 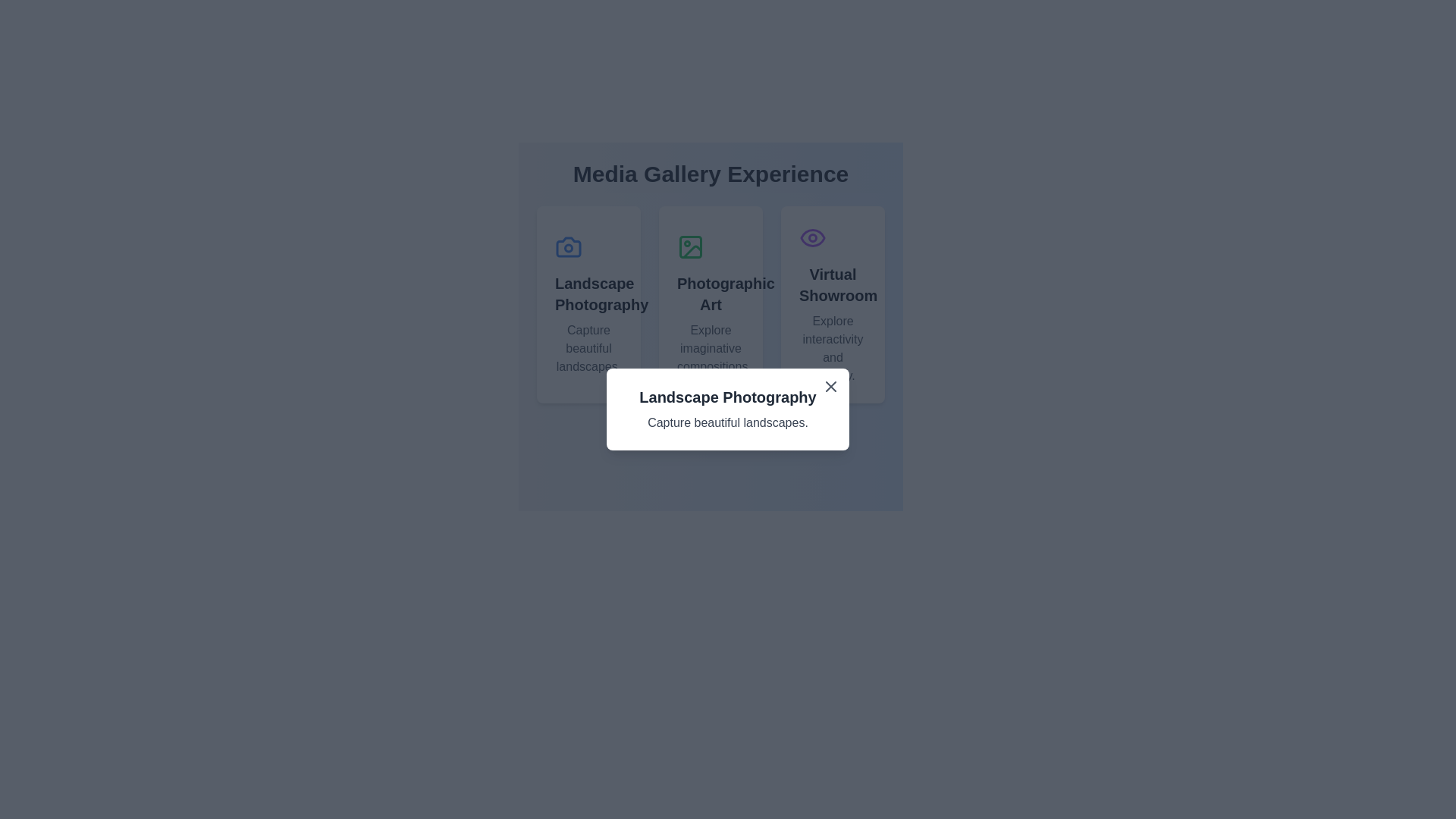 I want to click on the second card titled 'Photographic Art', so click(x=710, y=304).